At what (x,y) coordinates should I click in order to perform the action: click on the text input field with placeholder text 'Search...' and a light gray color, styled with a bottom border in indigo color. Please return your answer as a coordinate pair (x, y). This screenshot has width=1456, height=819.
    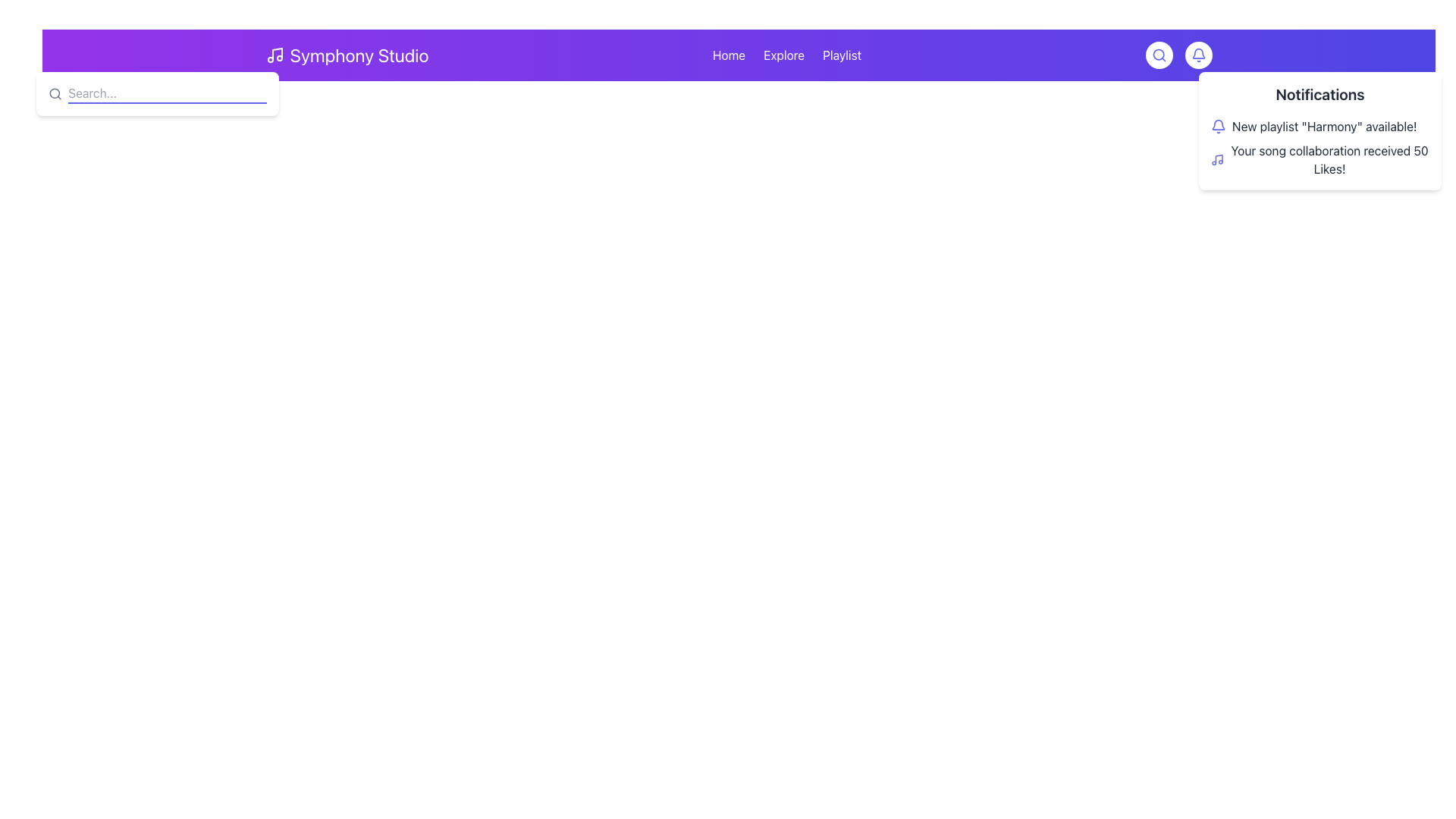
    Looking at the image, I should click on (168, 93).